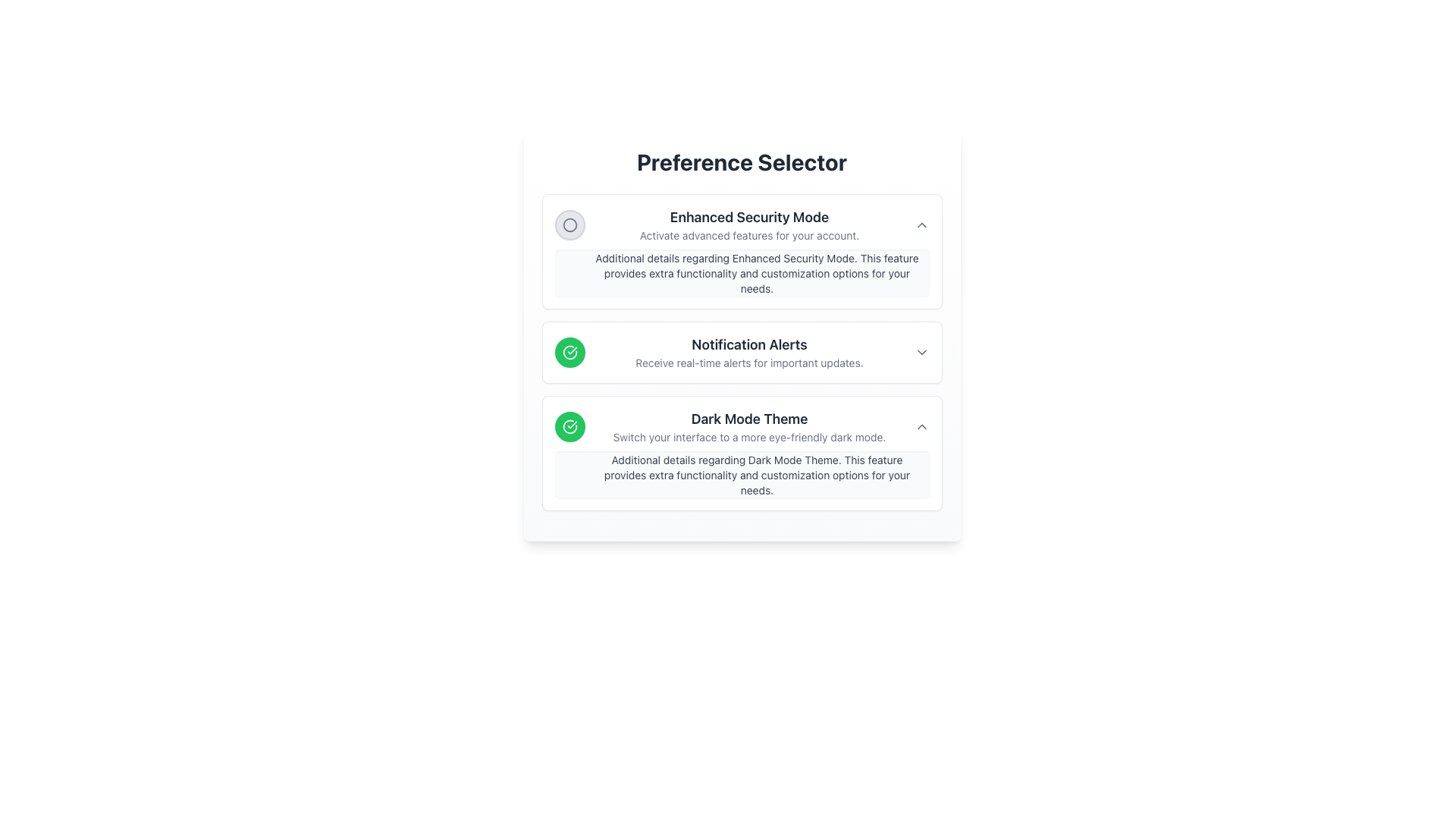  What do you see at coordinates (921, 427) in the screenshot?
I see `the Chevron Collapse/Expand Control button located to the right of the 'Dark Mode Theme' text` at bounding box center [921, 427].